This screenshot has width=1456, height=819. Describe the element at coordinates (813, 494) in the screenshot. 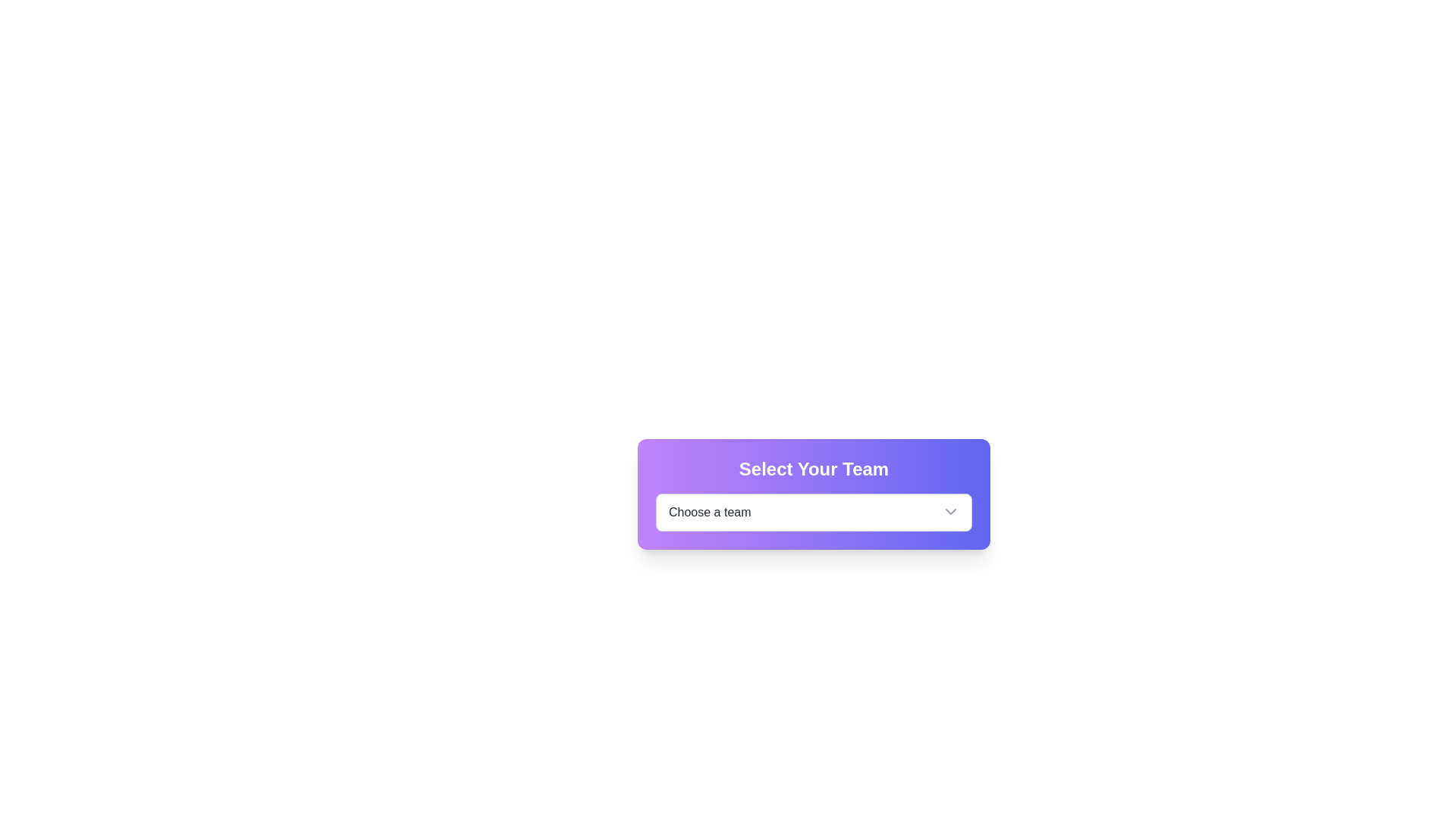

I see `the dropdown menu within the Card that allows users` at that location.